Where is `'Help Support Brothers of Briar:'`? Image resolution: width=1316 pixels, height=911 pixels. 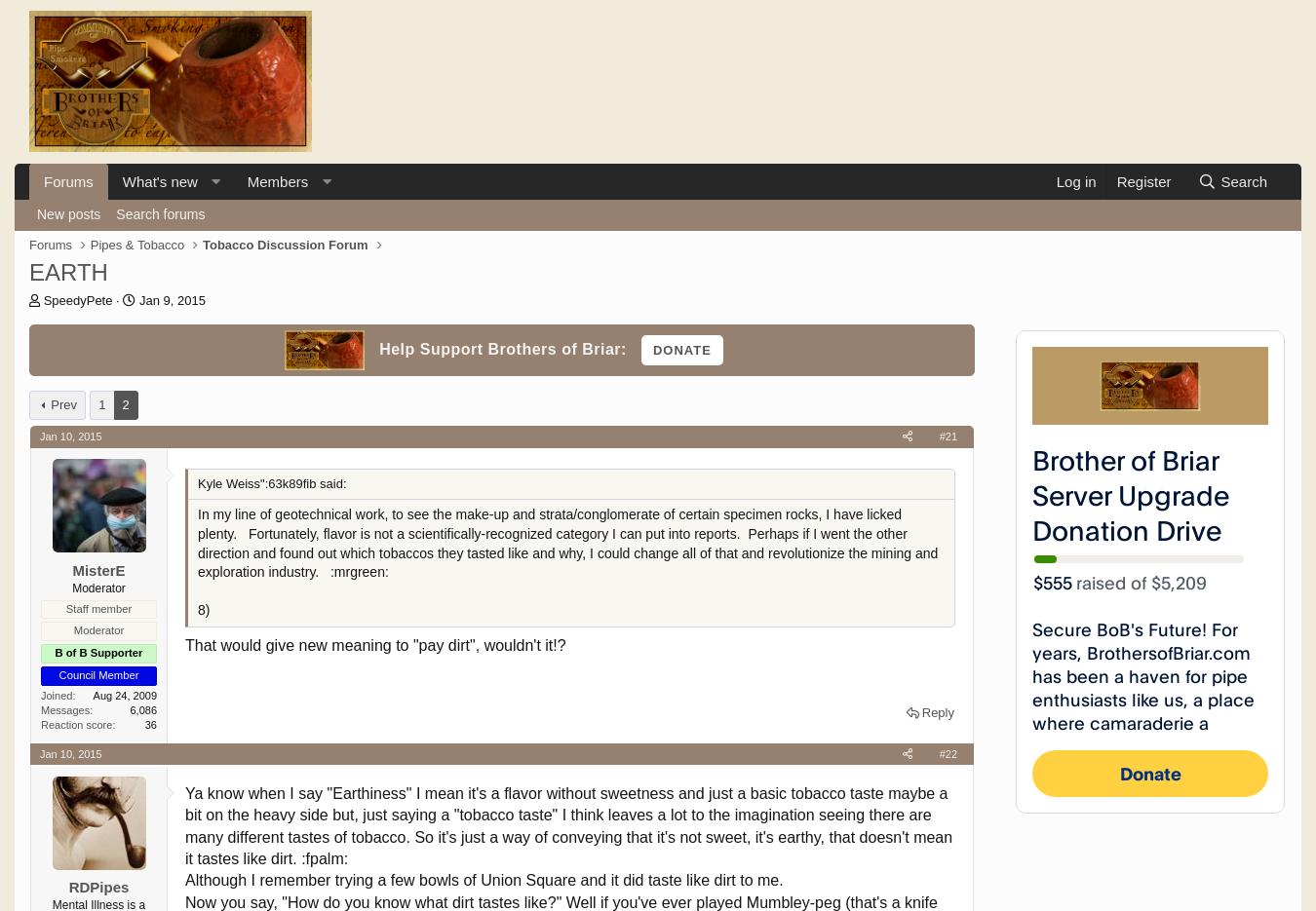 'Help Support Brothers of Briar:' is located at coordinates (501, 348).